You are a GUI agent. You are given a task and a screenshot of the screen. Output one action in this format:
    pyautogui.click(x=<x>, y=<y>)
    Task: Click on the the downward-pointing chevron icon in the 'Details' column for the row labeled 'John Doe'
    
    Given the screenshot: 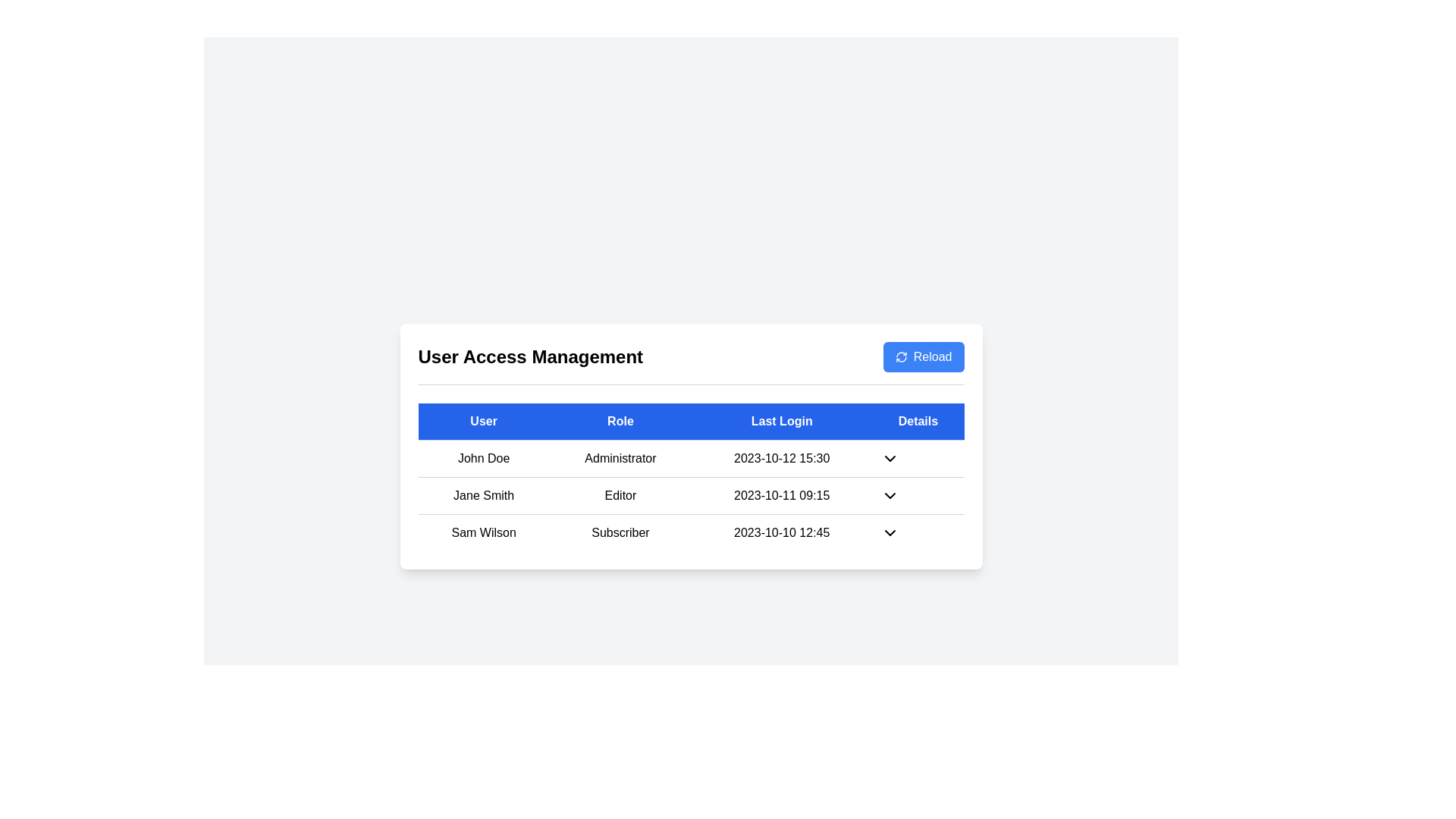 What is the action you would take?
    pyautogui.click(x=890, y=458)
    